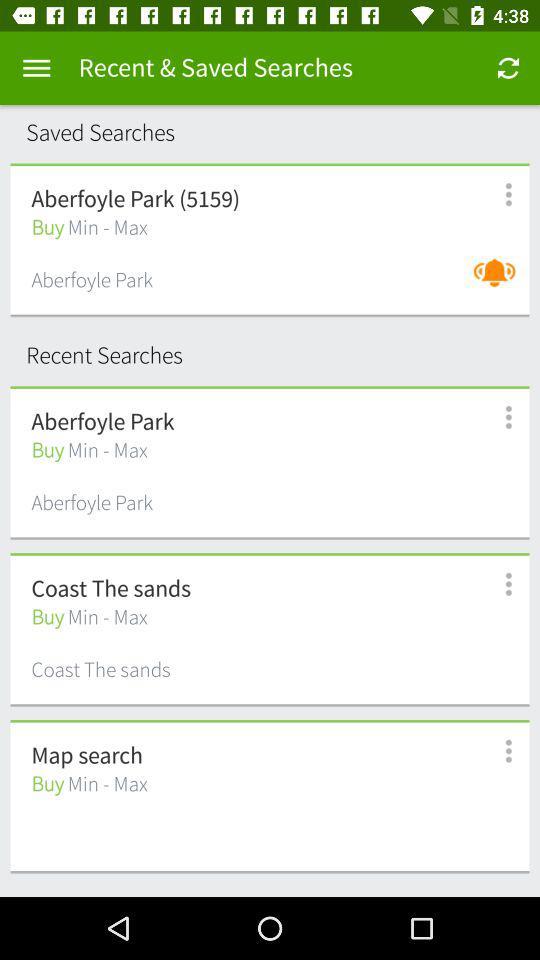 This screenshot has width=540, height=960. Describe the element at coordinates (496, 194) in the screenshot. I see `more options` at that location.